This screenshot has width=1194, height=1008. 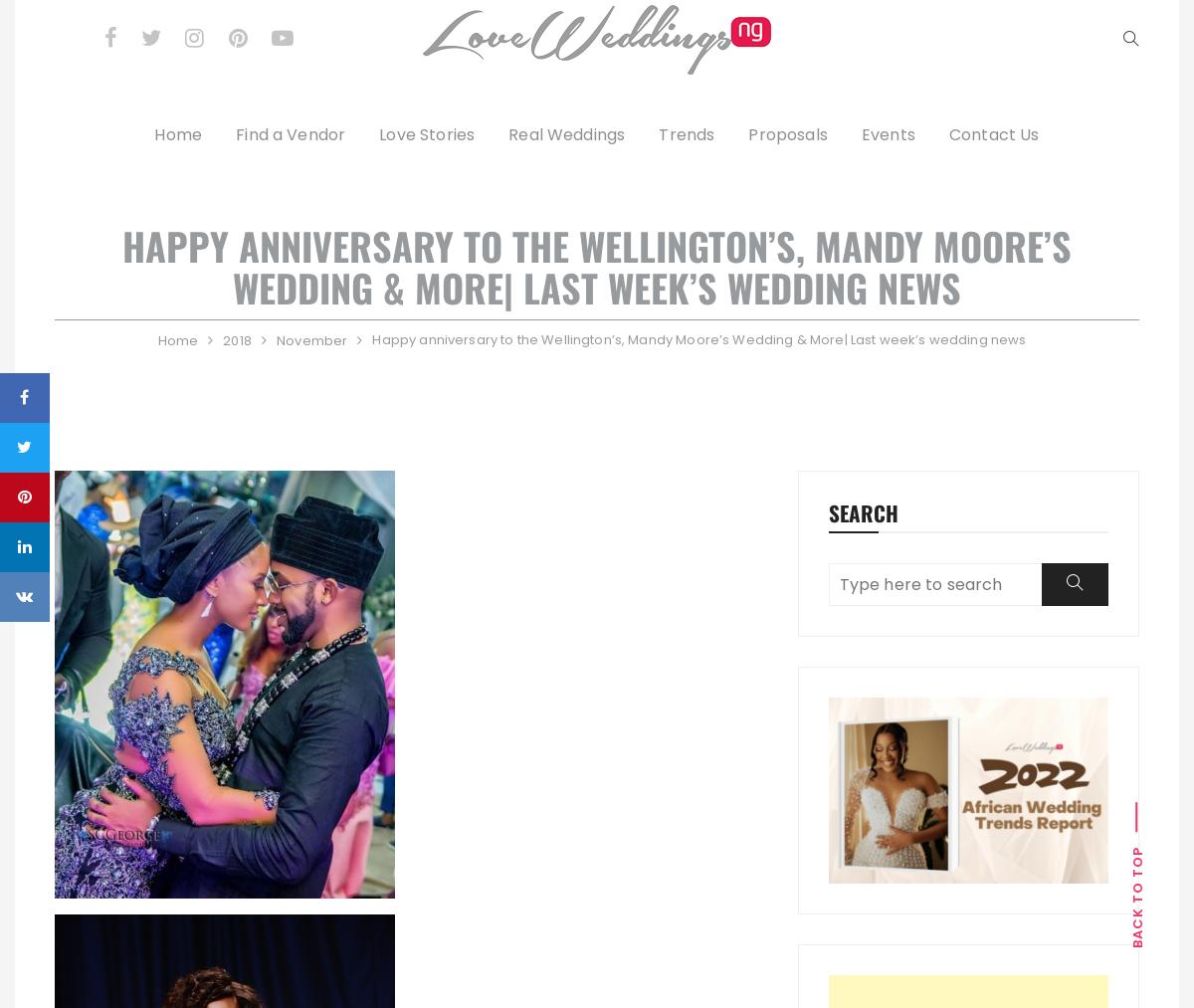 What do you see at coordinates (859, 134) in the screenshot?
I see `'Events'` at bounding box center [859, 134].